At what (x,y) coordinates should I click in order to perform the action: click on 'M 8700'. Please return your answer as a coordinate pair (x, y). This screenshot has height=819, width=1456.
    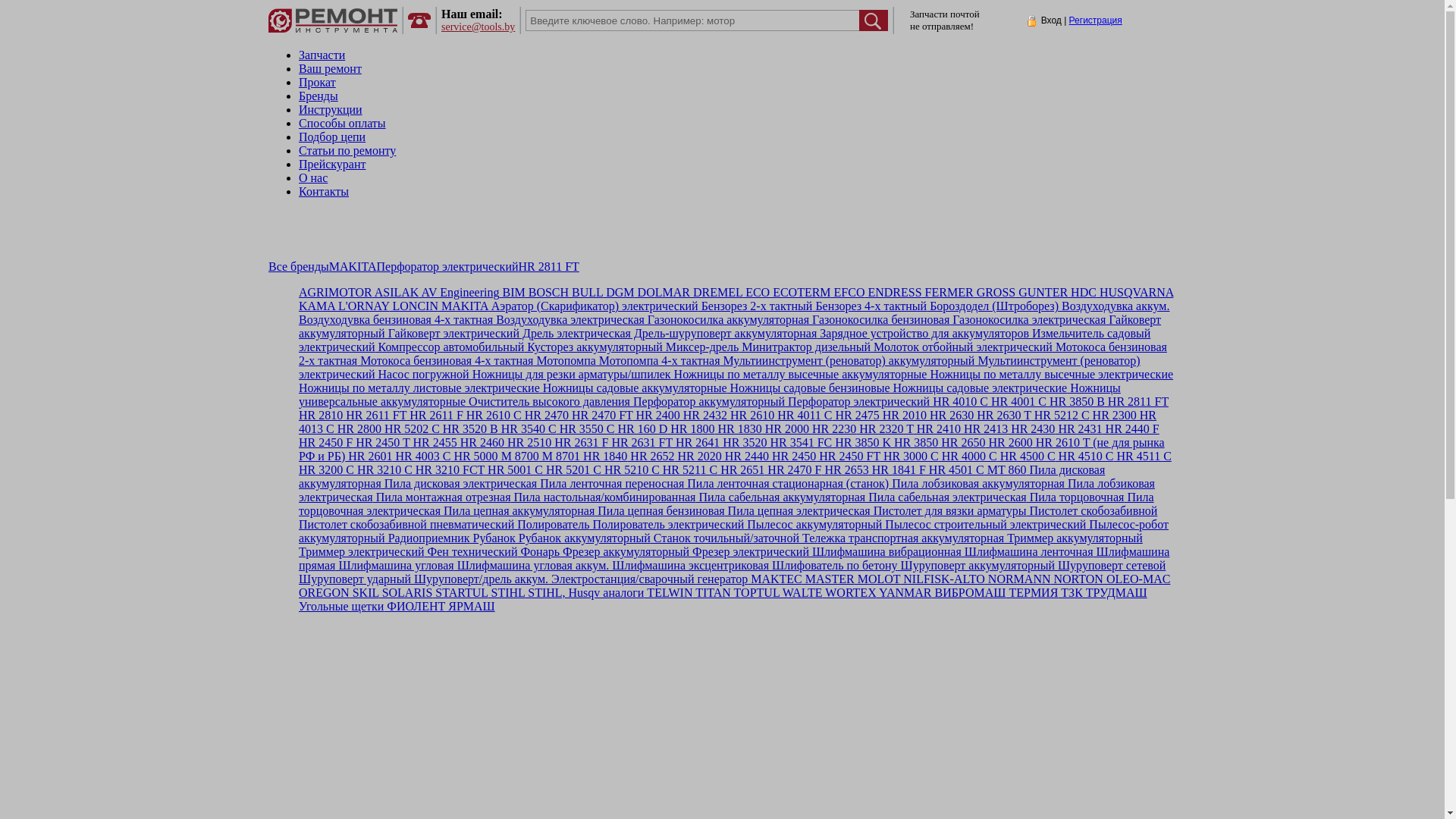
    Looking at the image, I should click on (518, 455).